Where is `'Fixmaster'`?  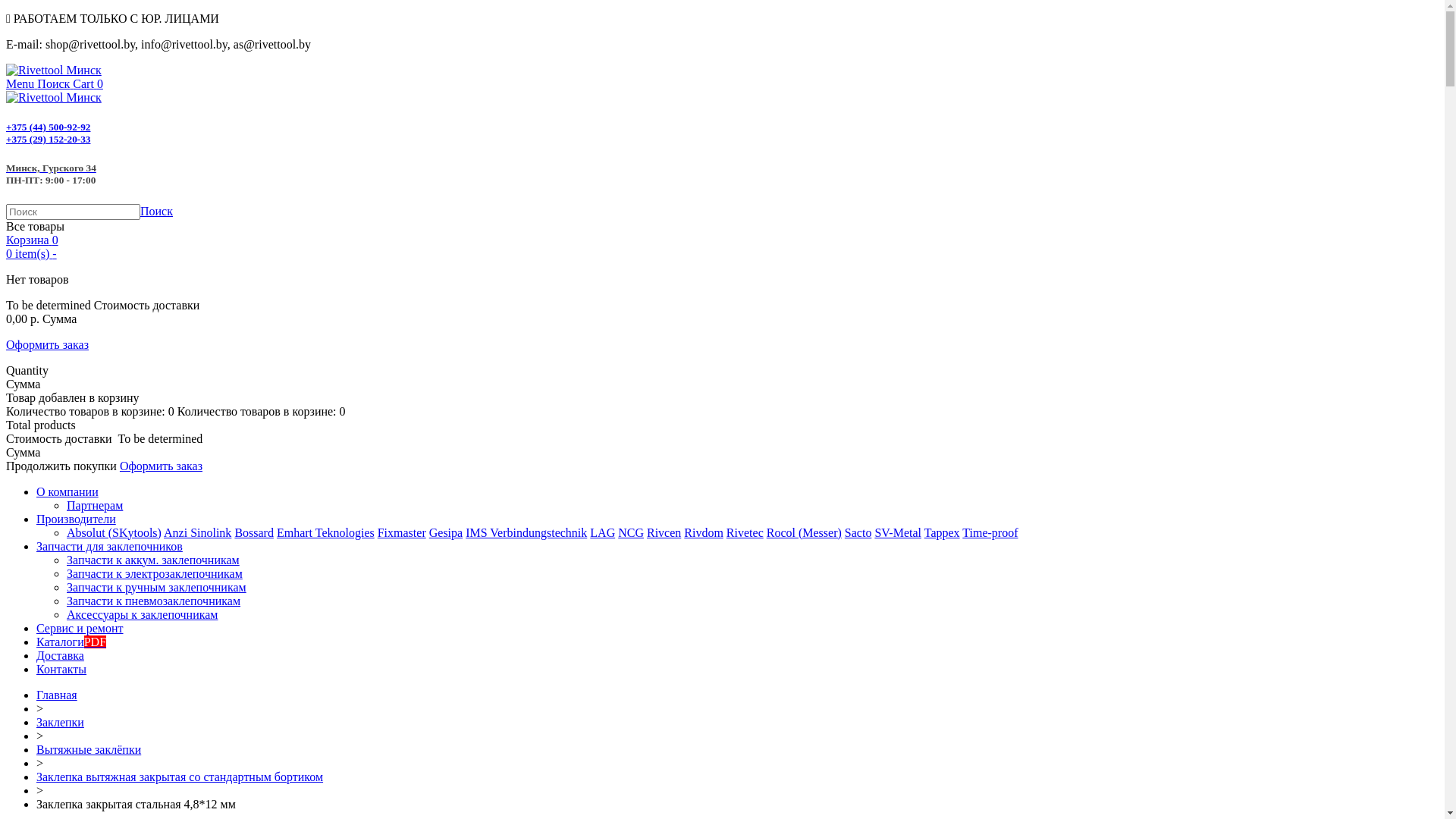 'Fixmaster' is located at coordinates (378, 532).